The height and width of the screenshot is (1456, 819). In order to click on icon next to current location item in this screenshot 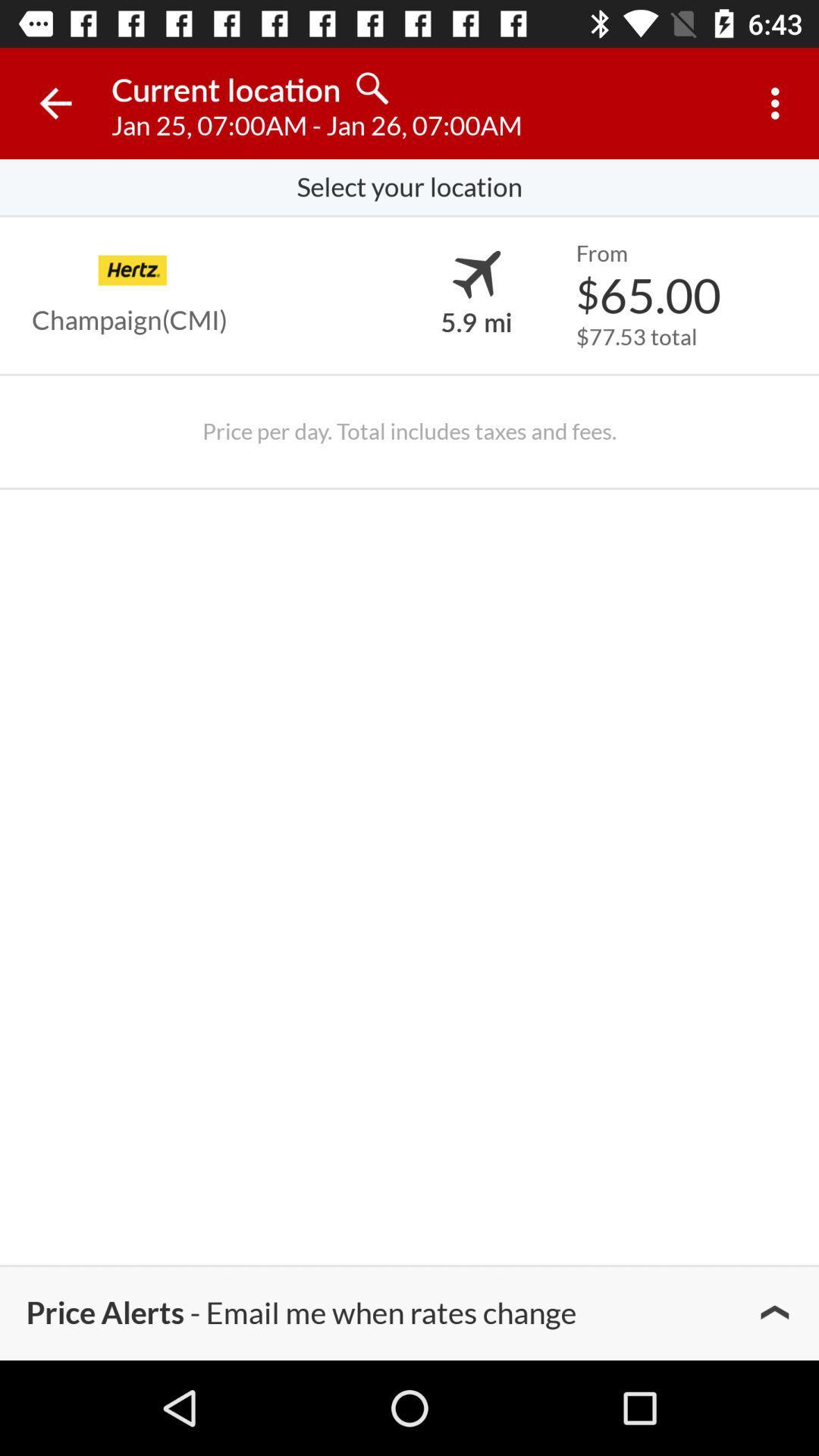, I will do `click(55, 102)`.